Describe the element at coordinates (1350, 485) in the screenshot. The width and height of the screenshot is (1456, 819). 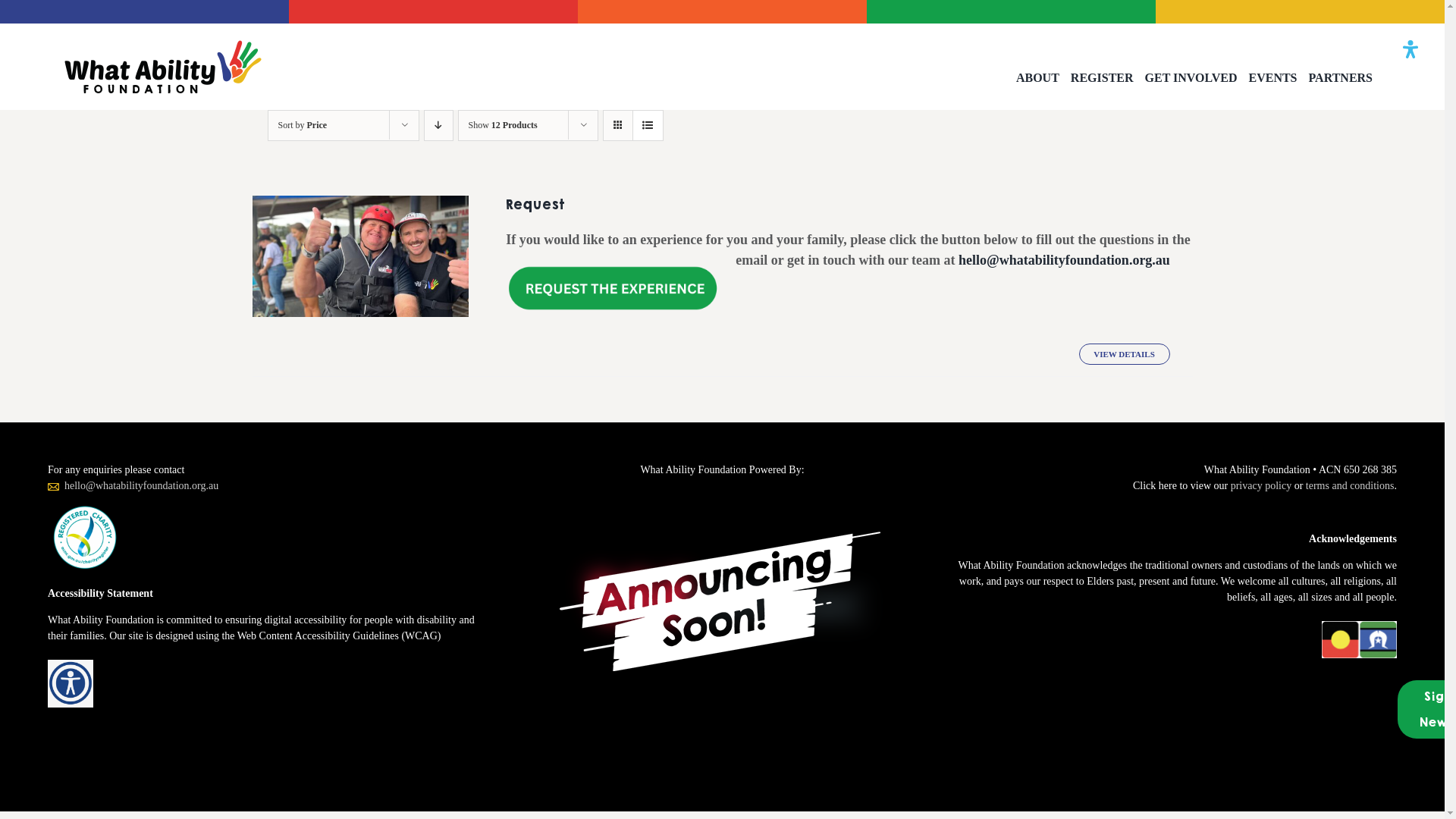
I see `'terms and conditions'` at that location.